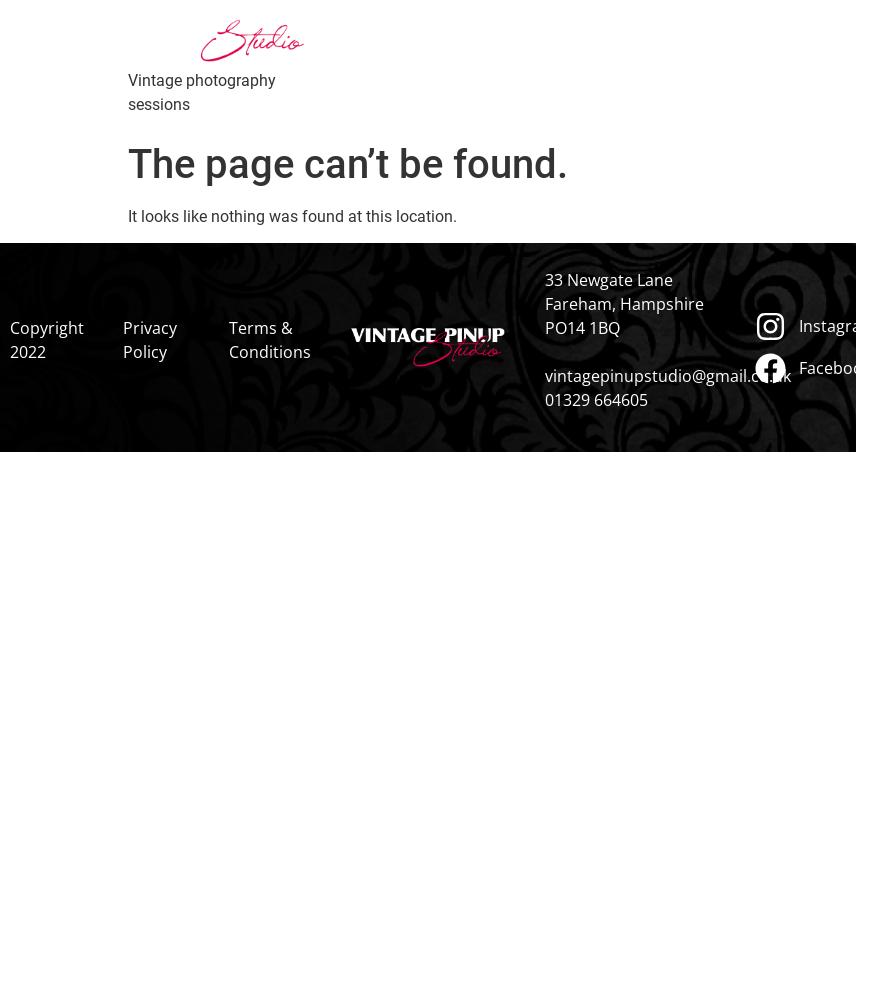 This screenshot has width=876, height=1000. I want to click on 'Terms & Conditions', so click(268, 339).